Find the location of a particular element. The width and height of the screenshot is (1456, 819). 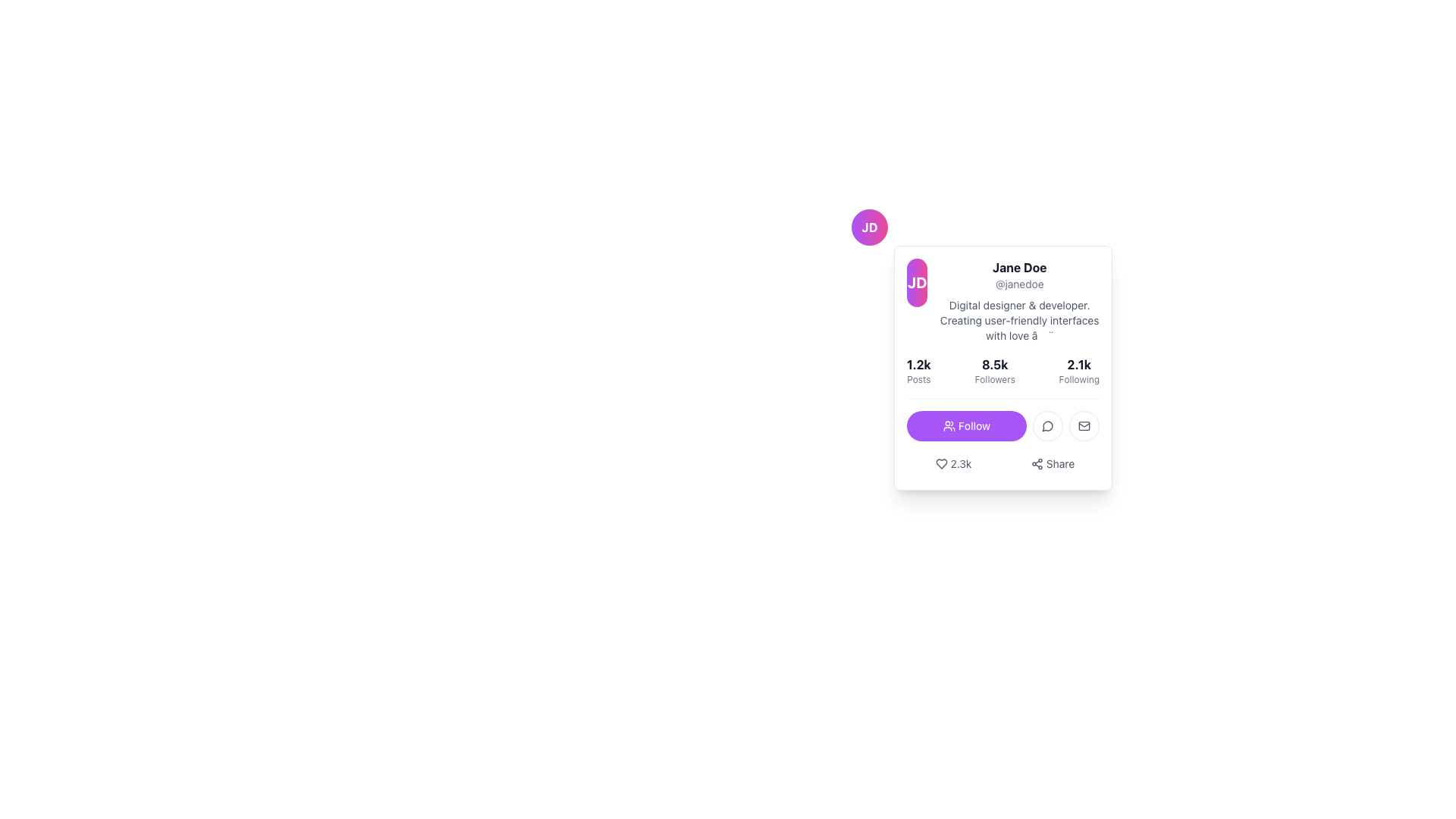

the rounded rectangular shape that is part of the mail icon, located above the toolbar containing the 'Follow' button is located at coordinates (1084, 426).